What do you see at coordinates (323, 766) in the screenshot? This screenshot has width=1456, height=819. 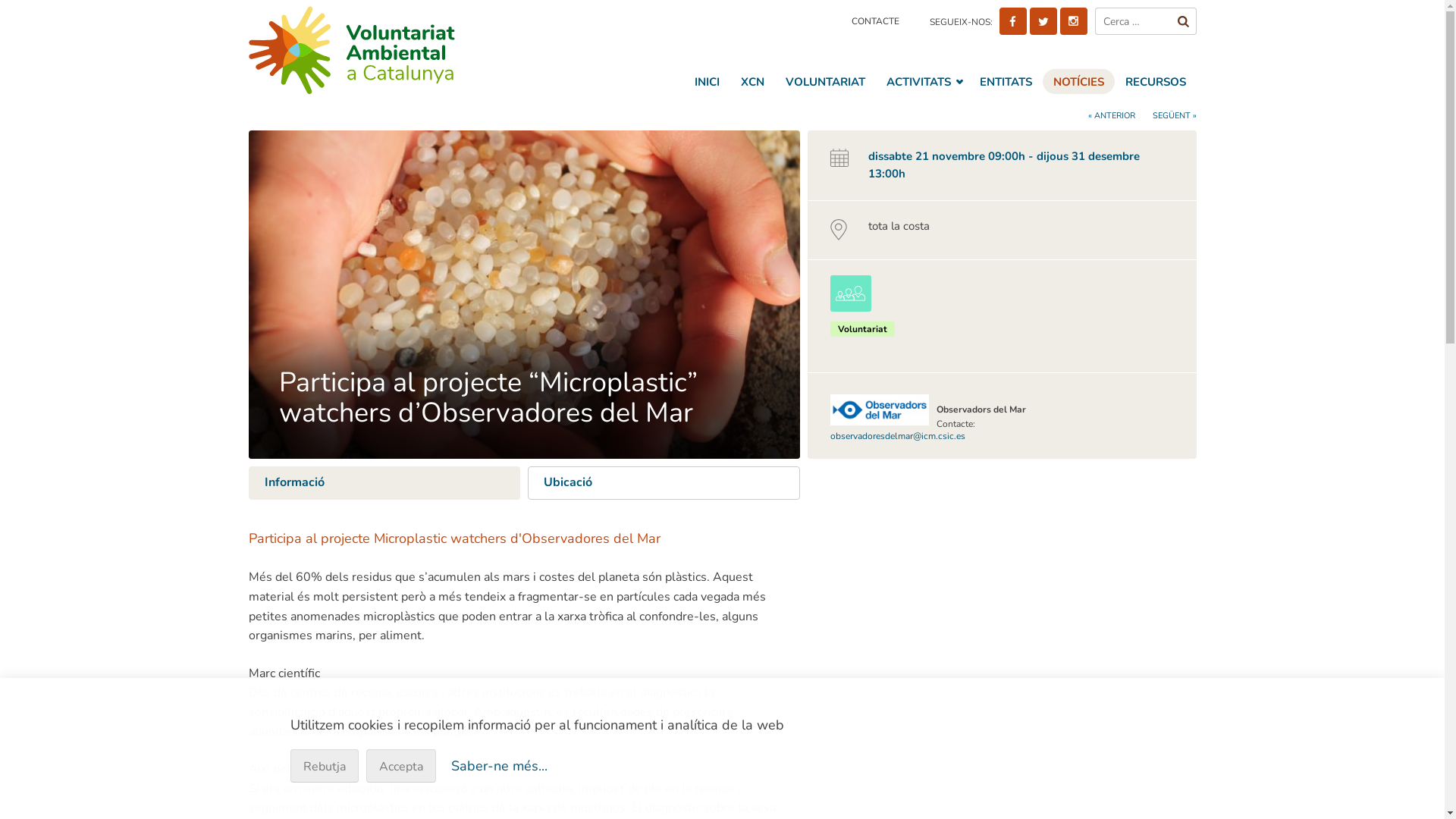 I see `'Rebutja'` at bounding box center [323, 766].